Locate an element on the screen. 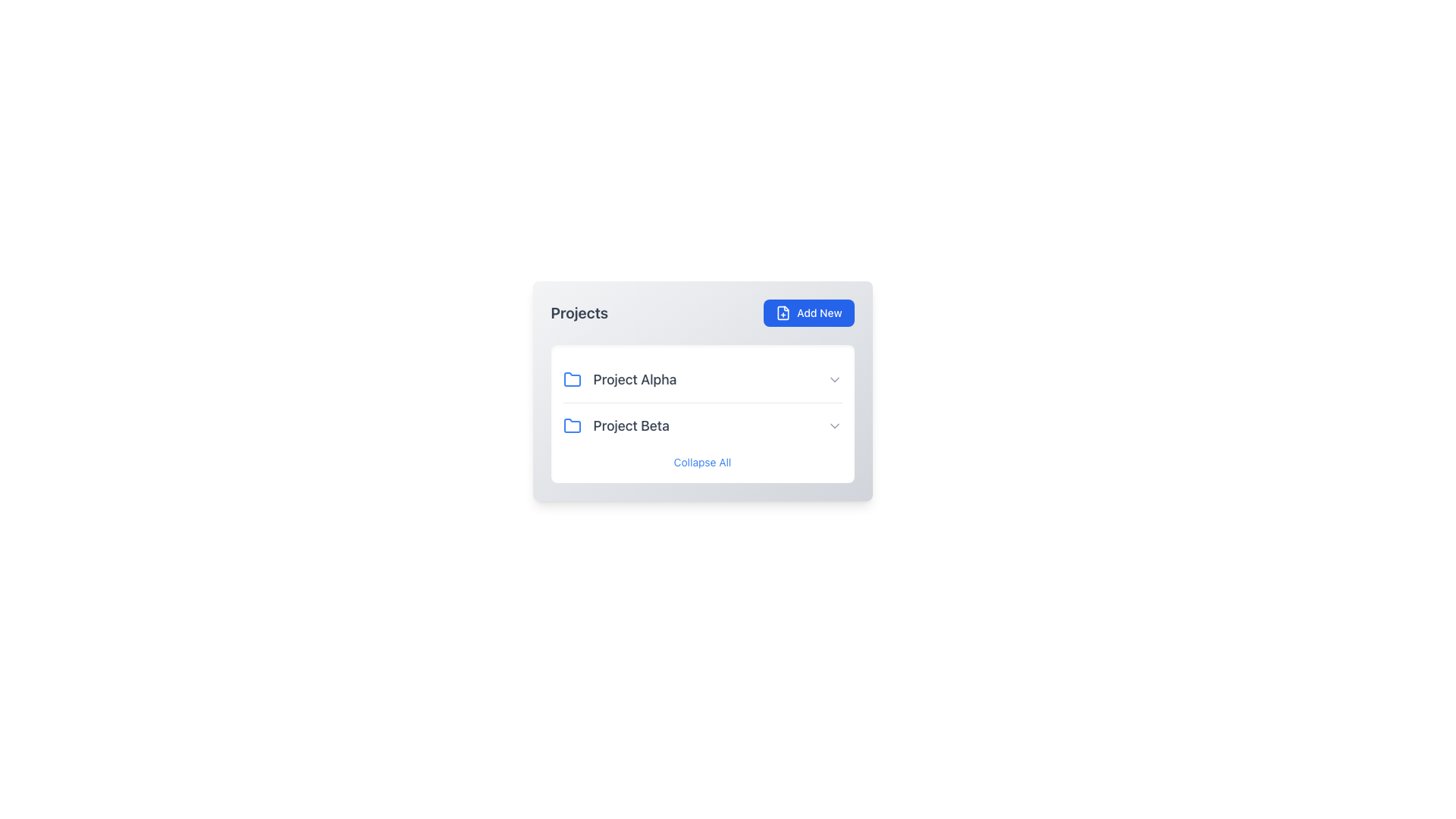  the List Item labeled 'Project Beta' is located at coordinates (701, 425).